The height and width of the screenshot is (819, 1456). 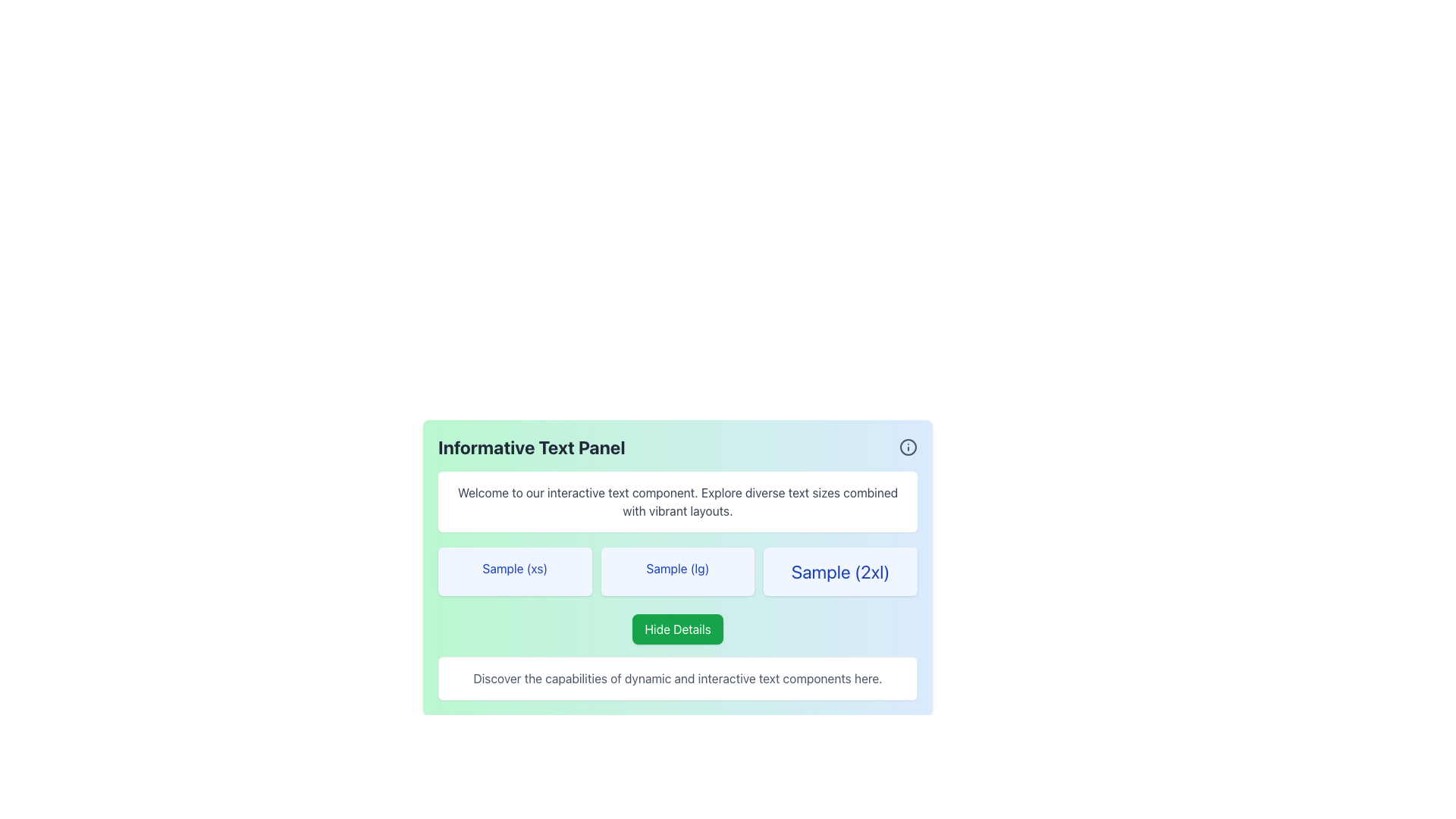 What do you see at coordinates (676, 677) in the screenshot?
I see `the descriptive label located at the bottom of the 'Informative Text Panel', which is centrally aligned beneath the green button labeled 'Hide Details'` at bounding box center [676, 677].